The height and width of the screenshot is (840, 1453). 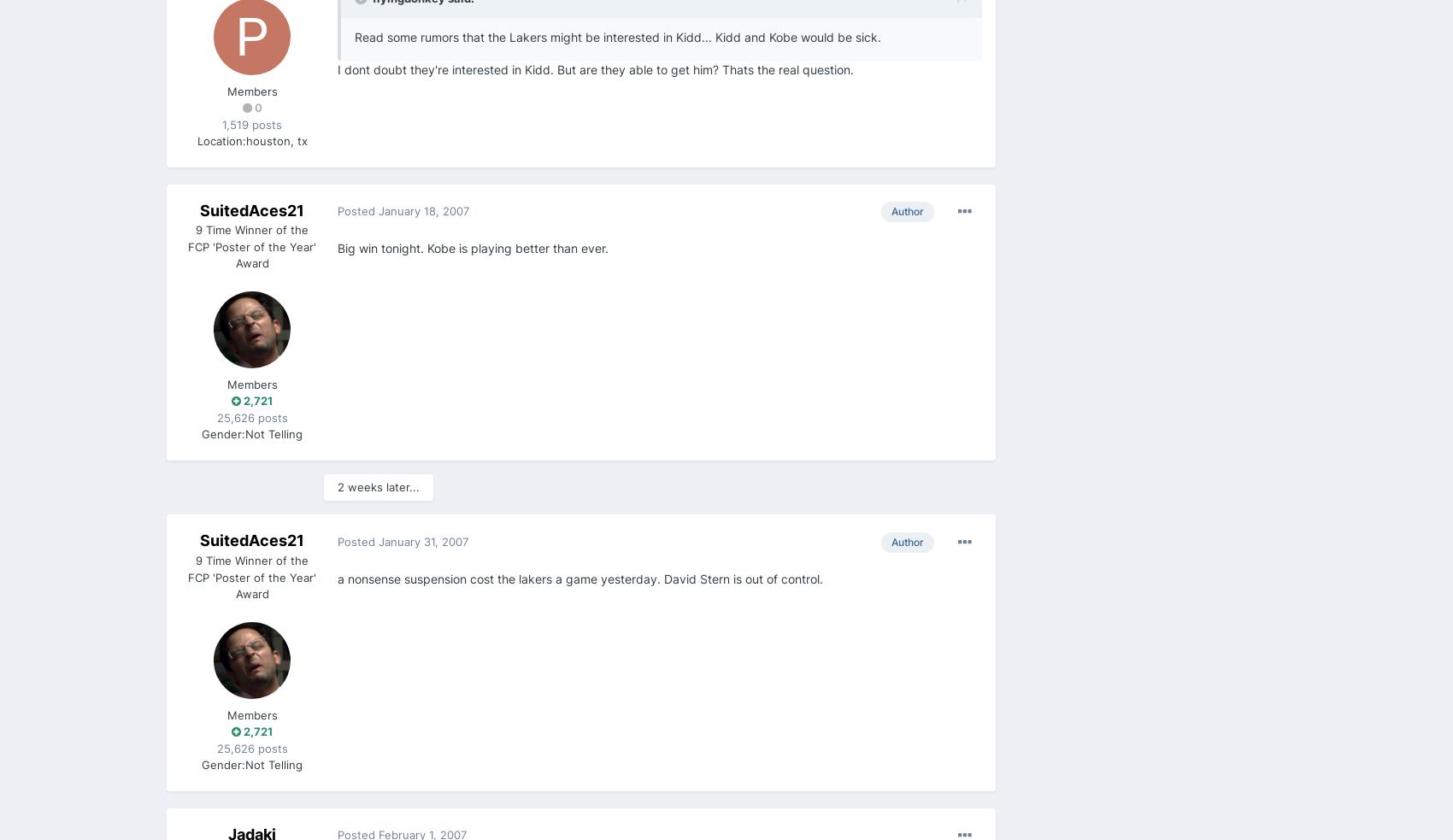 I want to click on 'I dont doubt they're interested in Kidd.  But are they able to get him?  Thats the real question.', so click(x=337, y=68).